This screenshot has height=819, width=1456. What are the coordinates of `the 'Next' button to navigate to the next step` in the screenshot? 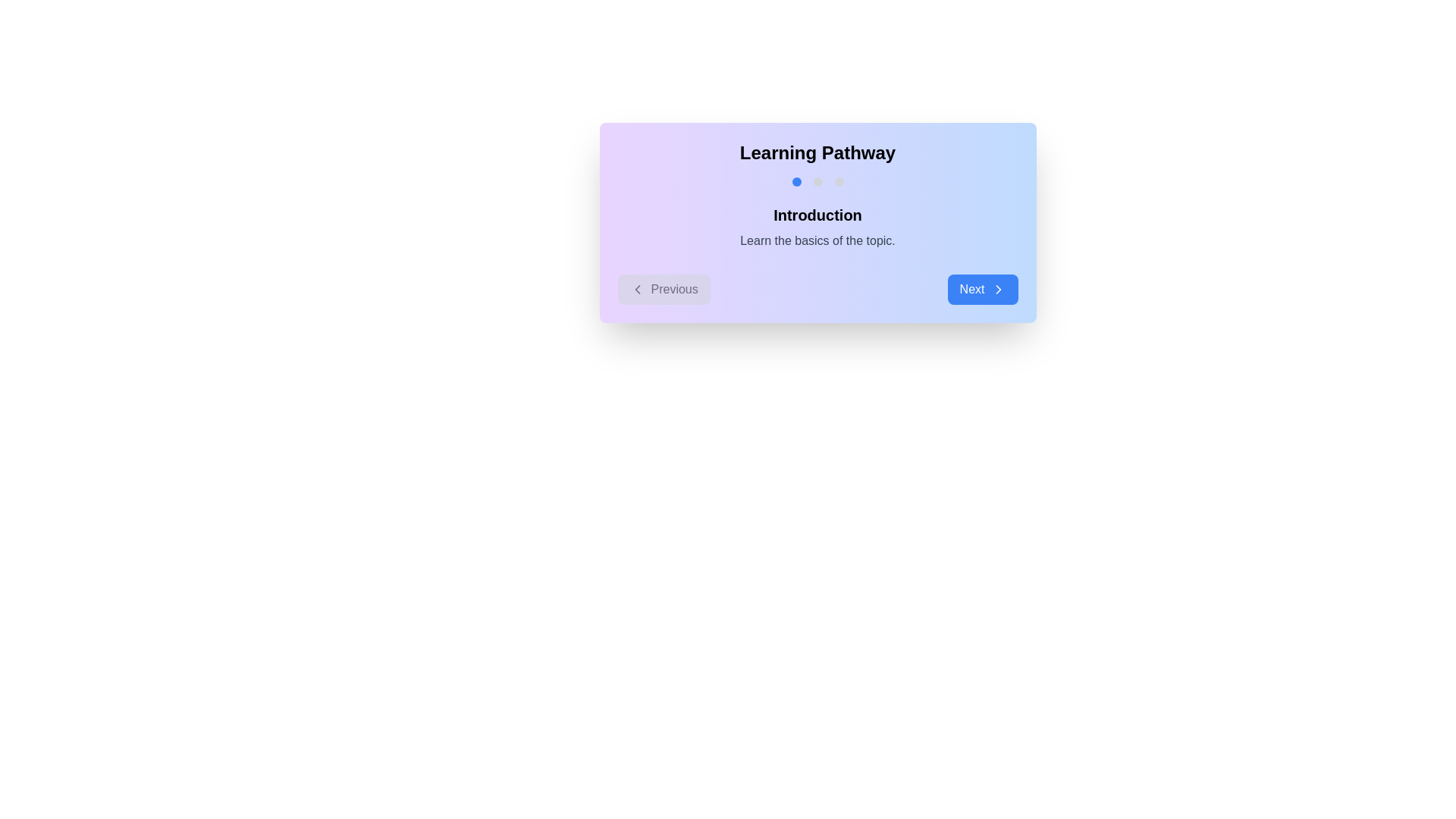 It's located at (983, 289).